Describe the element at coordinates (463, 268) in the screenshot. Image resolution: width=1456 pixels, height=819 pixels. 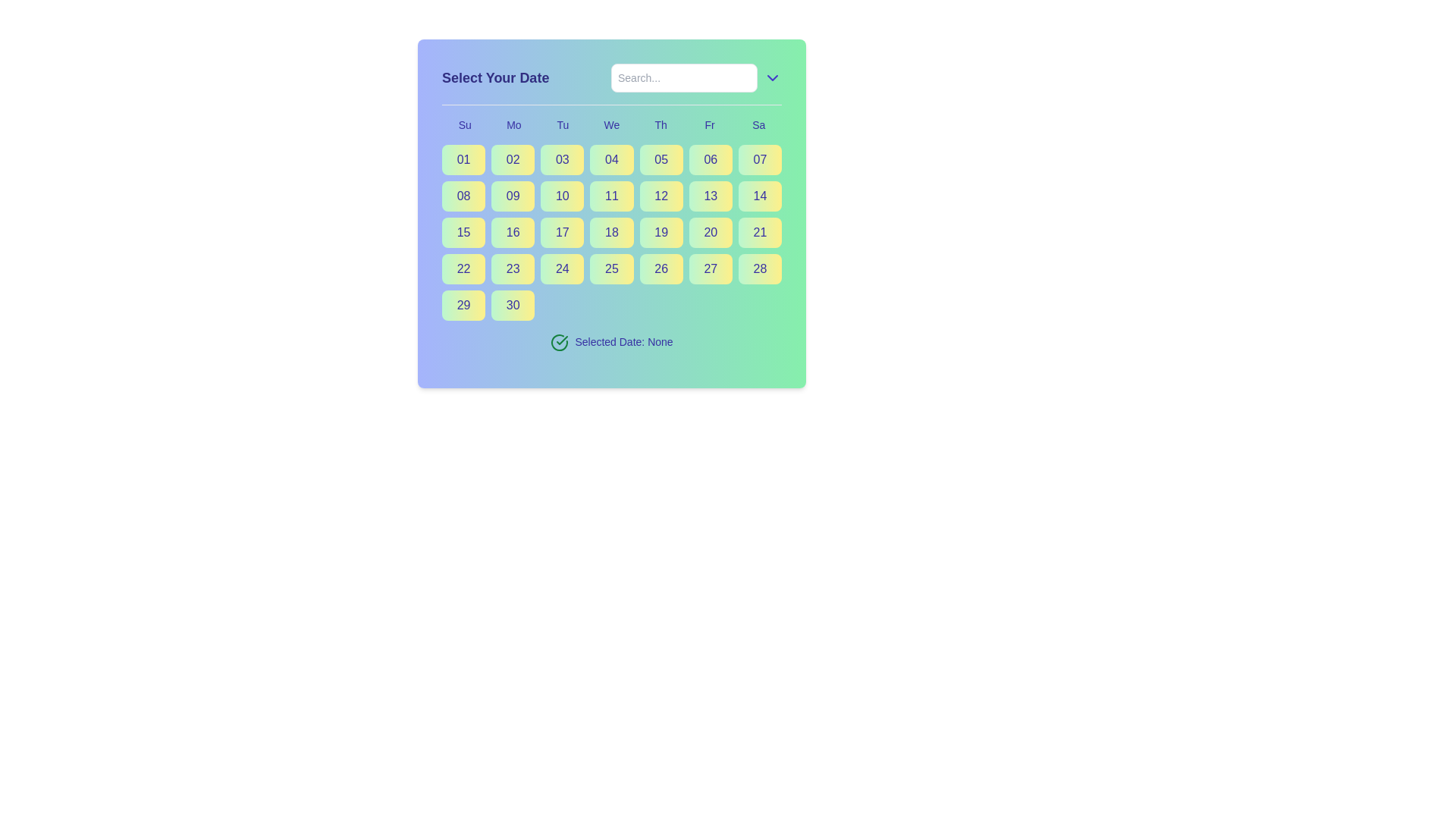
I see `the button in the first column of the fourth row of the date-picker grid` at that location.